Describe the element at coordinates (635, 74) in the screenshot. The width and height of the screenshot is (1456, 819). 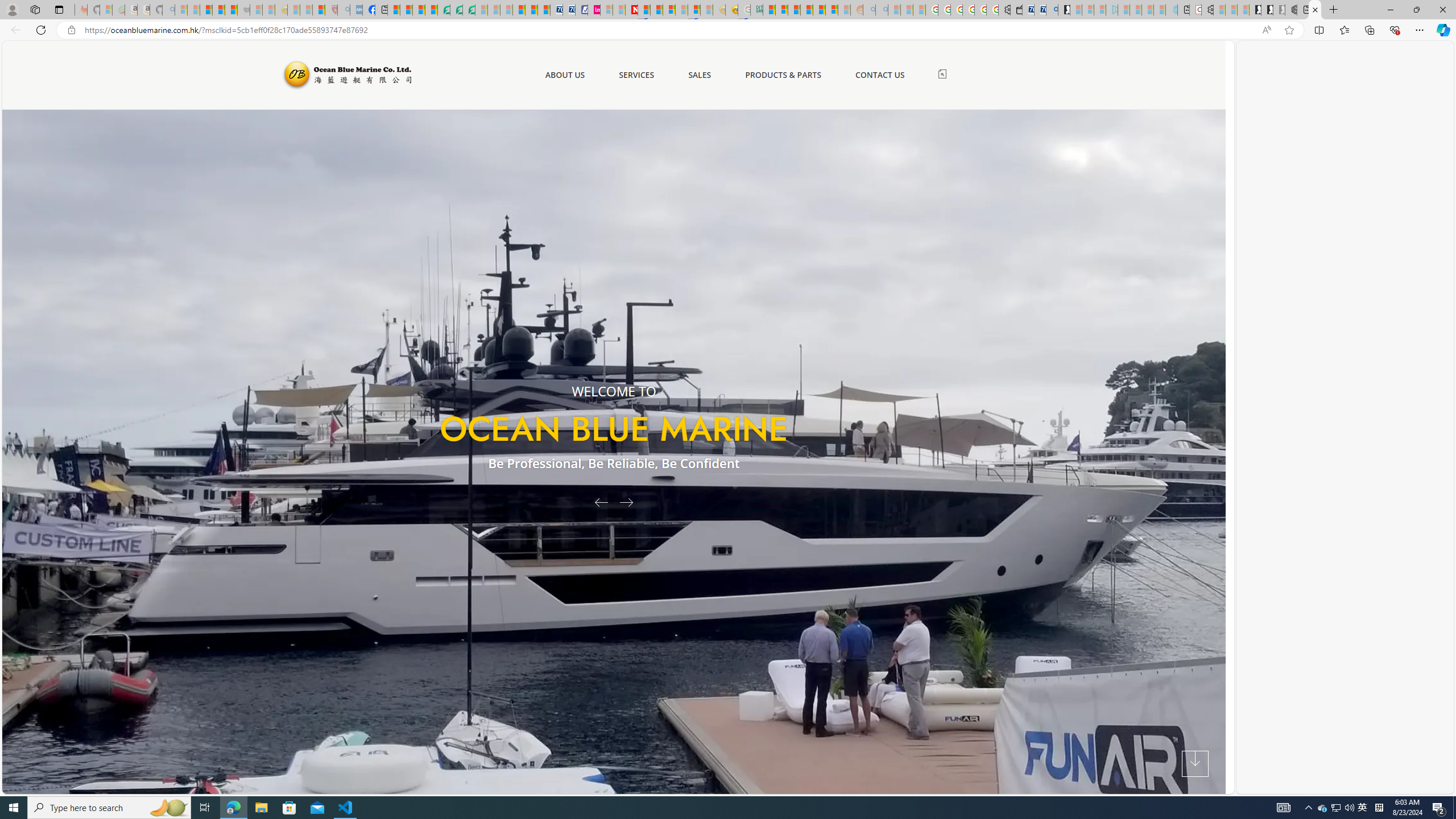
I see `'SERVICES'` at that location.